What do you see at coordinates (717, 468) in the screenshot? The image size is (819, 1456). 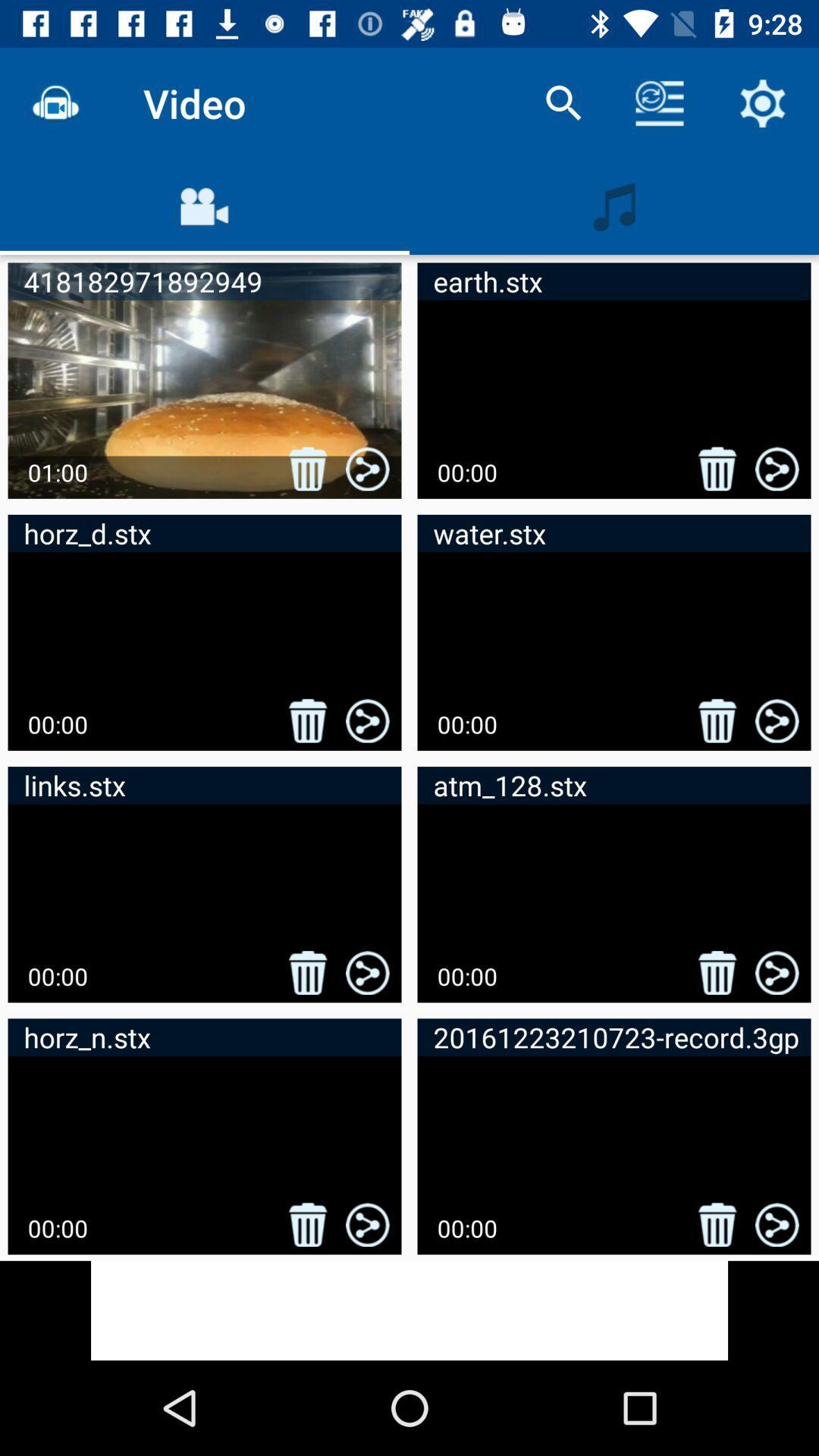 I see `the 2nd delete button icon` at bounding box center [717, 468].